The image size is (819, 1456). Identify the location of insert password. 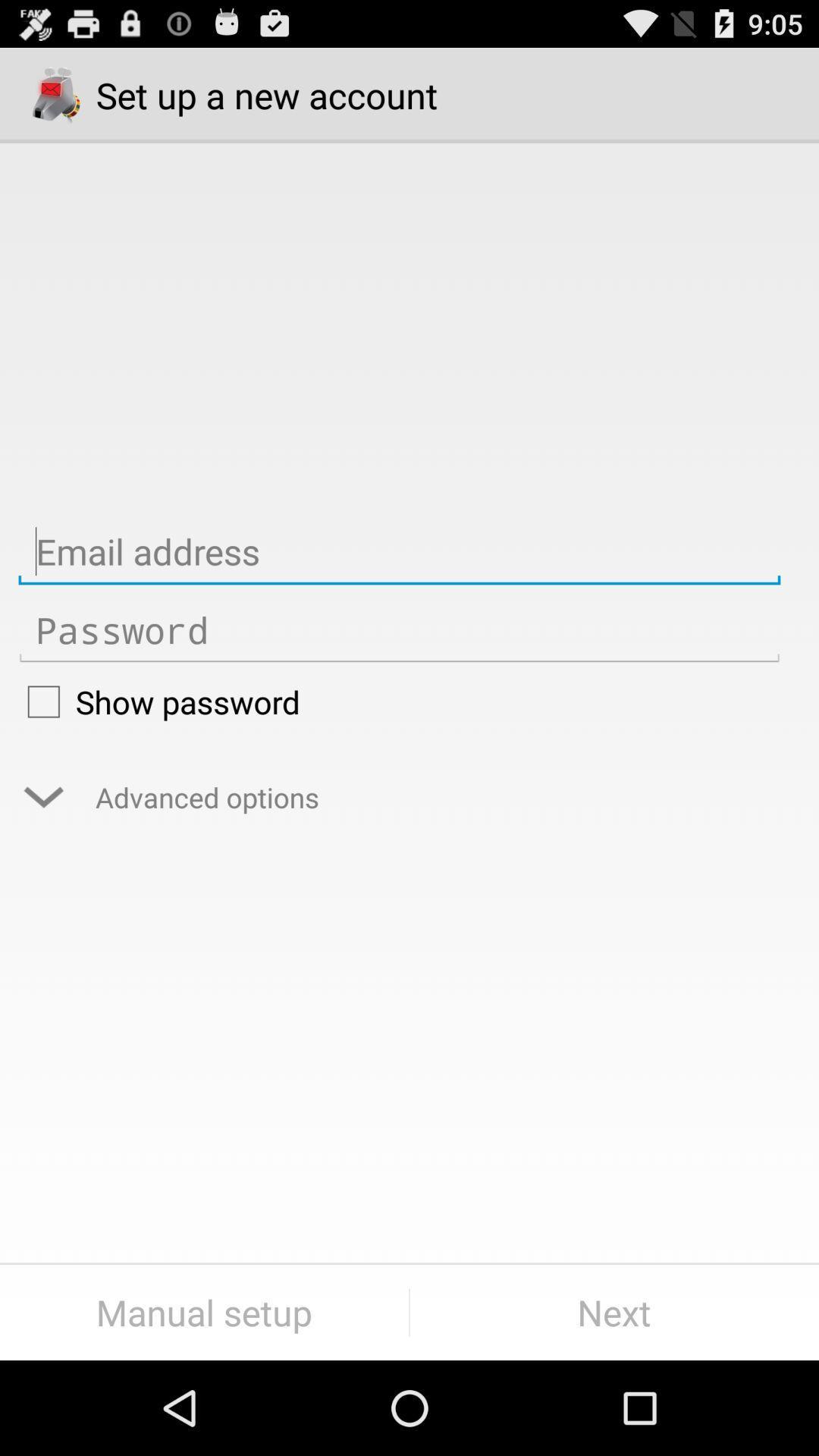
(398, 630).